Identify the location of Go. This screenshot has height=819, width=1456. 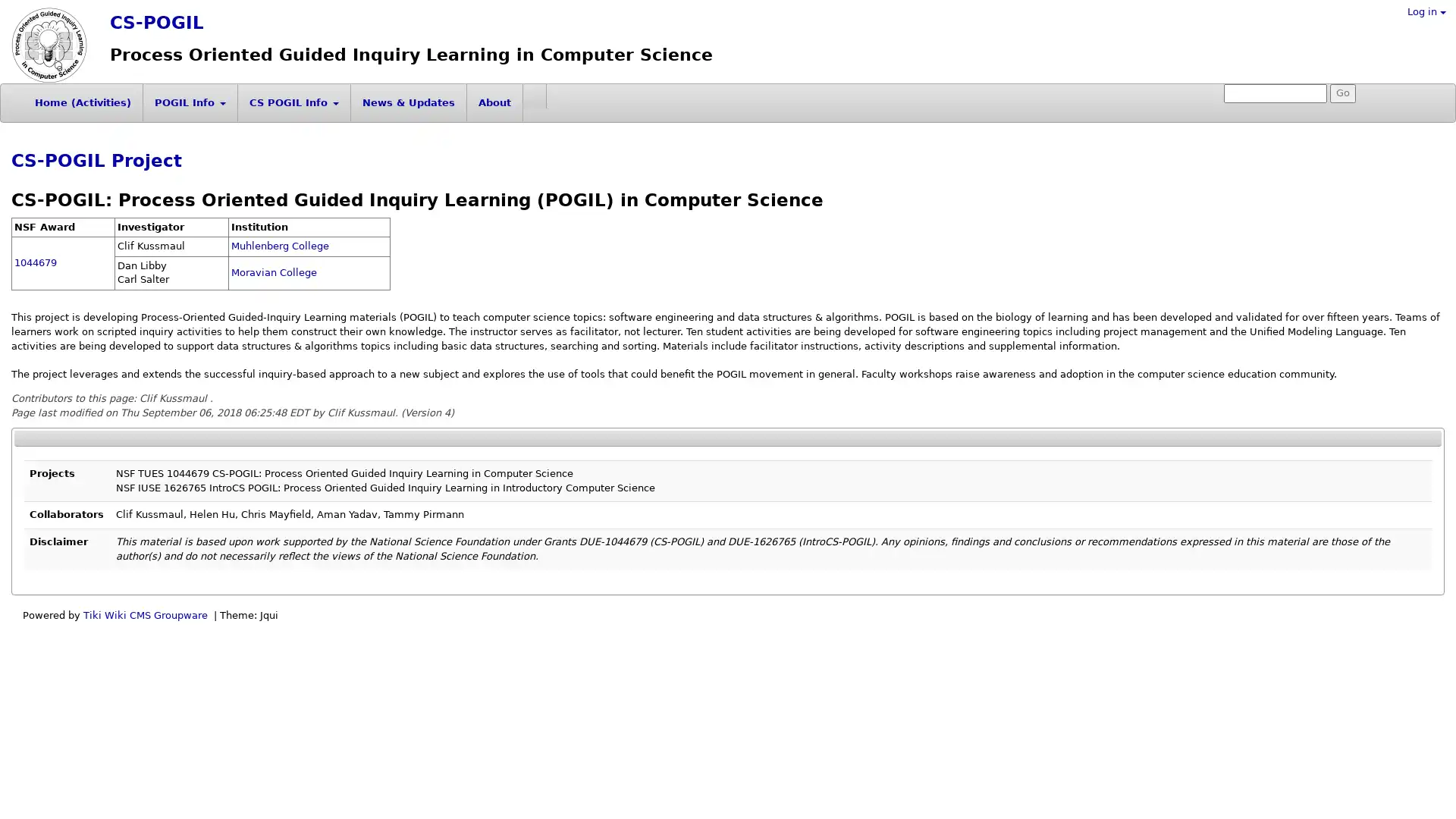
(1343, 93).